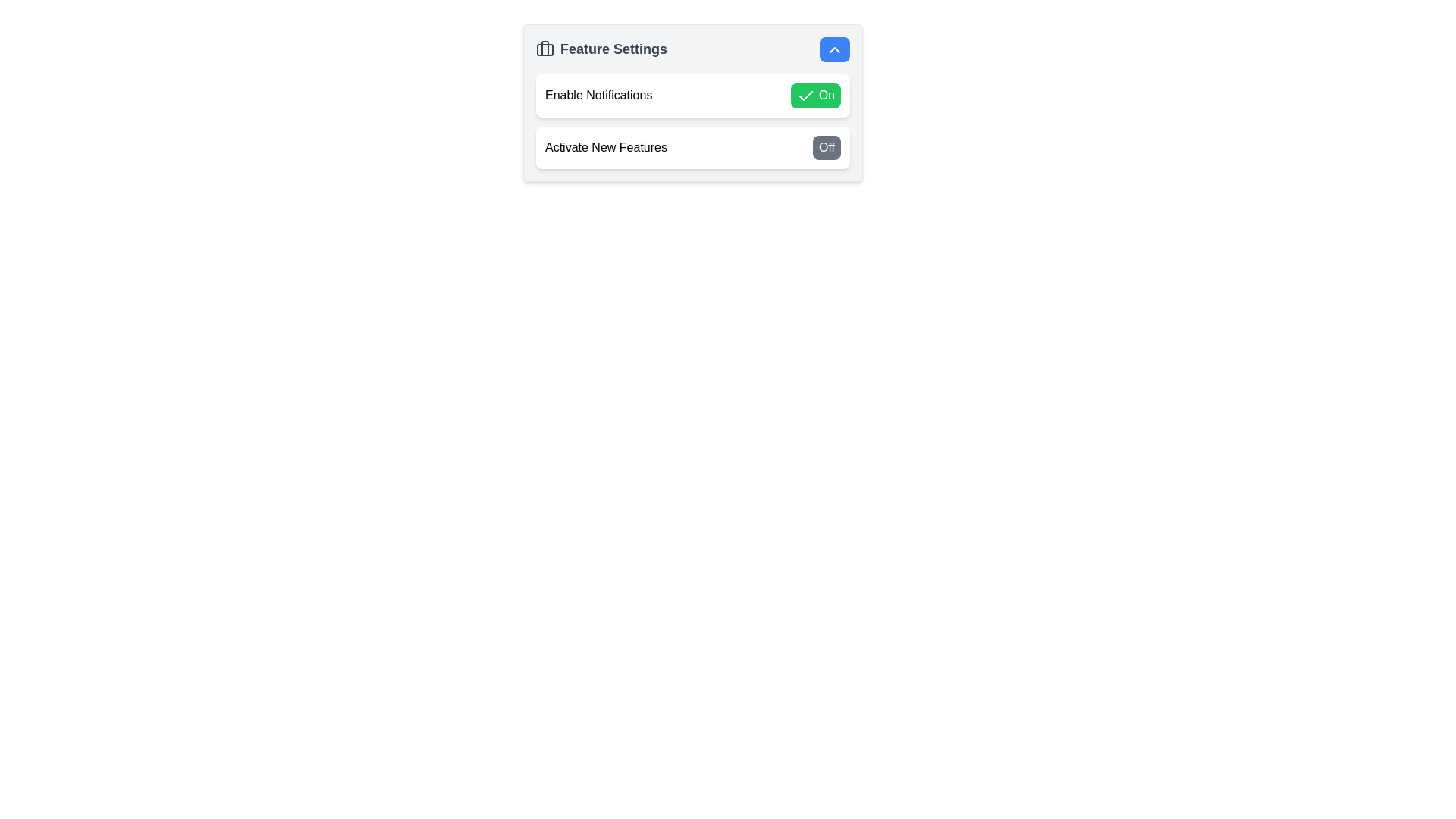 The image size is (1456, 819). I want to click on the rectangular button labeled 'Off' with a gray background by, so click(826, 147).